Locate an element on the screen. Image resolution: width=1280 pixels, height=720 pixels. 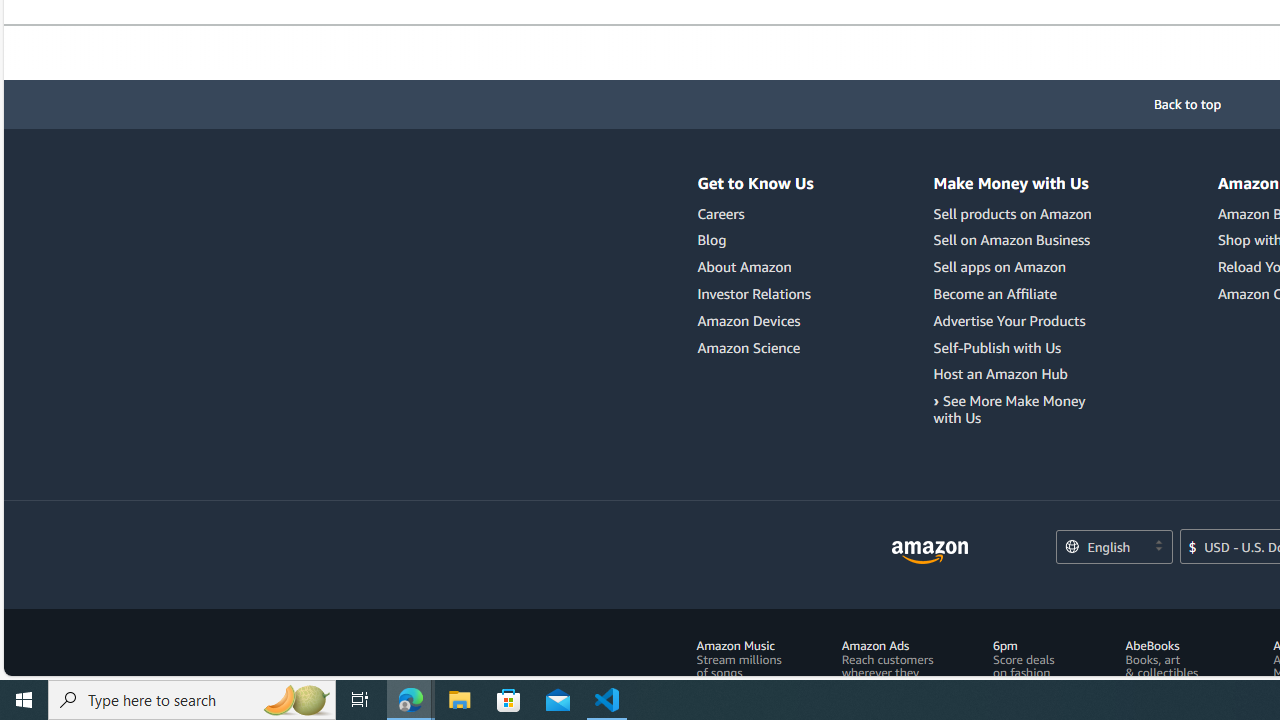
'About Amazon' is located at coordinates (743, 266).